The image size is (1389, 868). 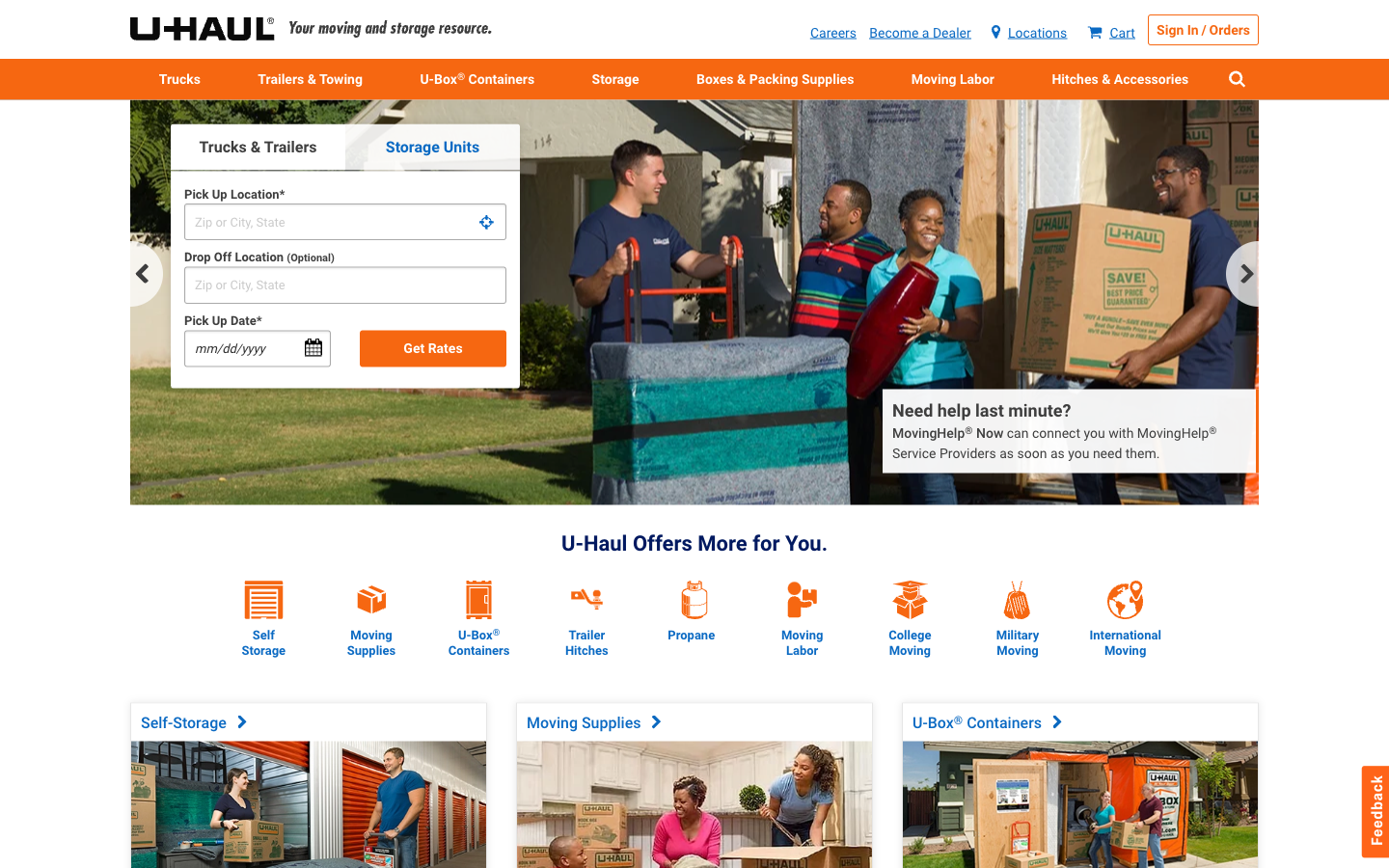 I want to click on Is there a veterans discount available?, so click(x=1017, y=583).